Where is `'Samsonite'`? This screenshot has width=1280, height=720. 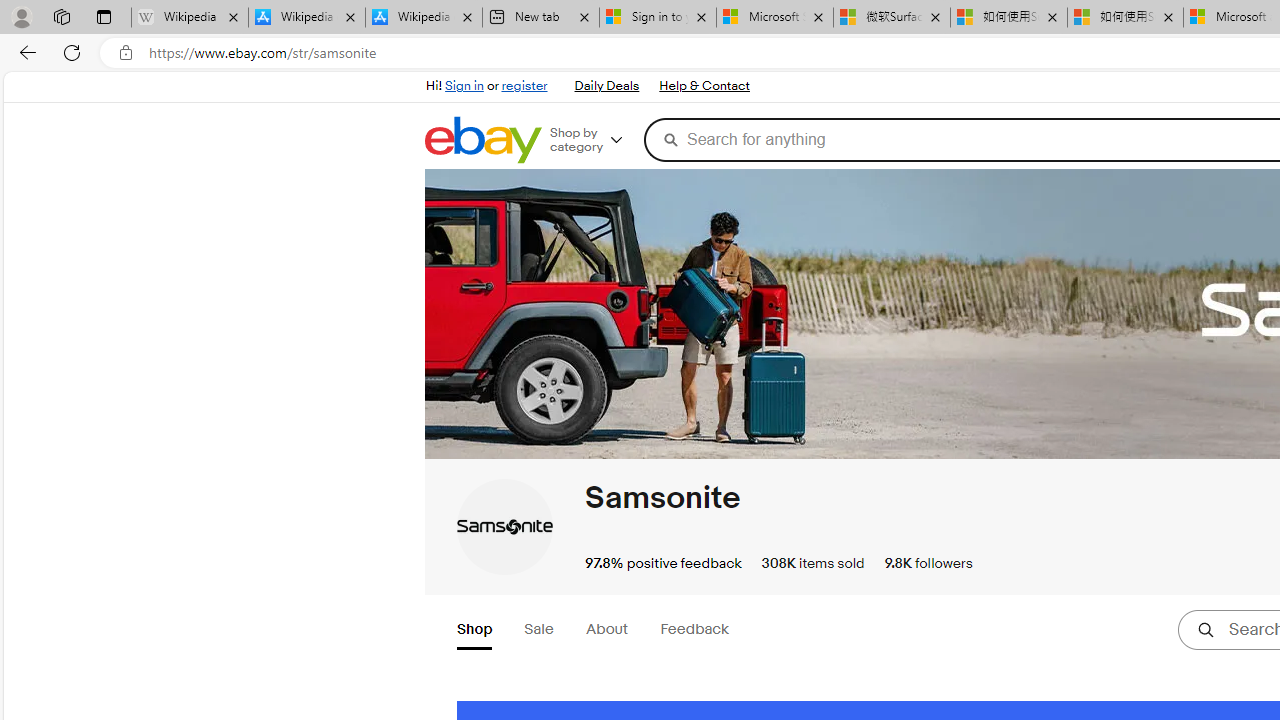
'Samsonite' is located at coordinates (504, 525).